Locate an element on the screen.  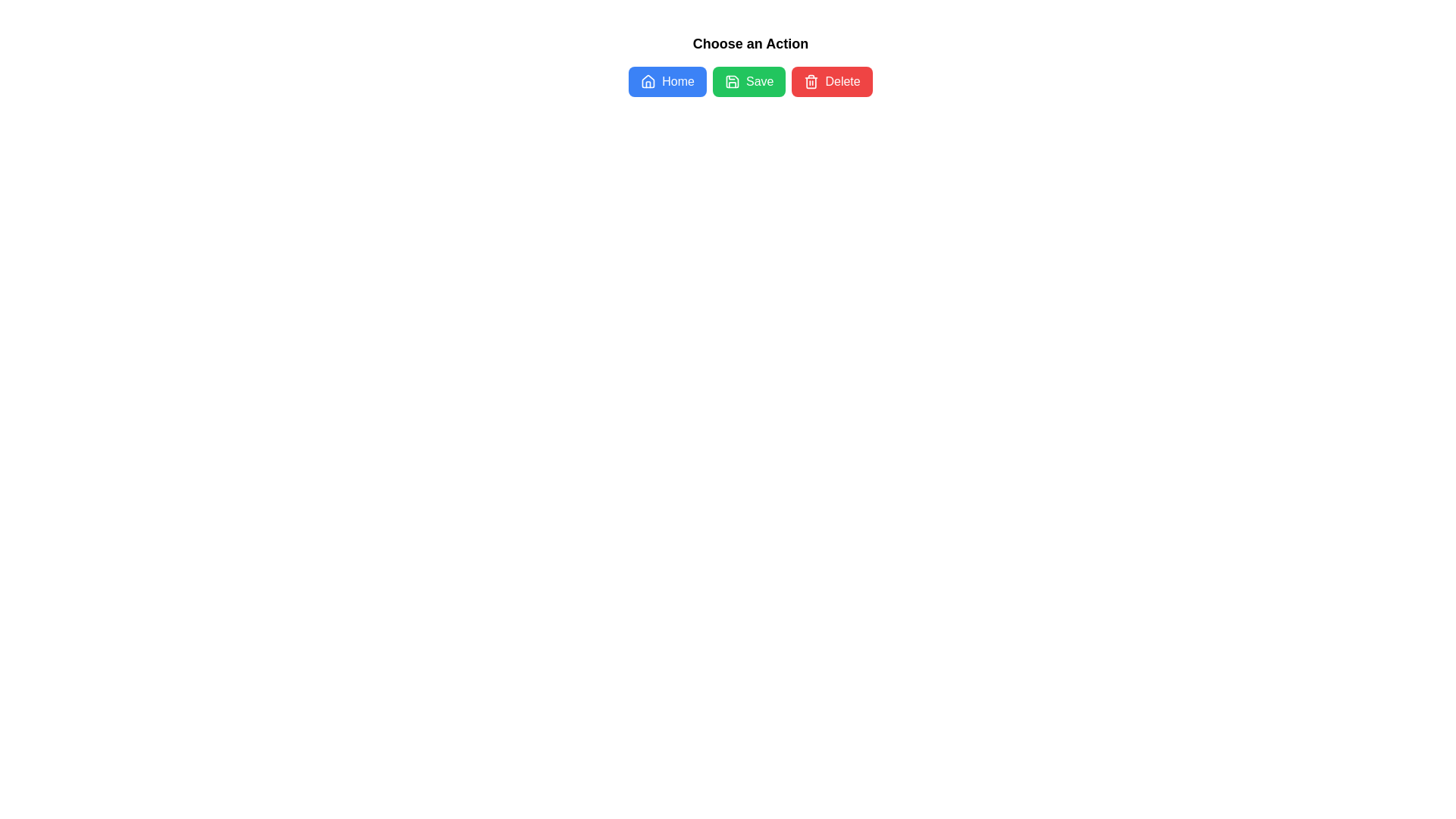
the green 'Save' button icon, which is the second button in a group of three buttons (Home, Save, Delete) and has a textual label 'Save' is located at coordinates (732, 82).